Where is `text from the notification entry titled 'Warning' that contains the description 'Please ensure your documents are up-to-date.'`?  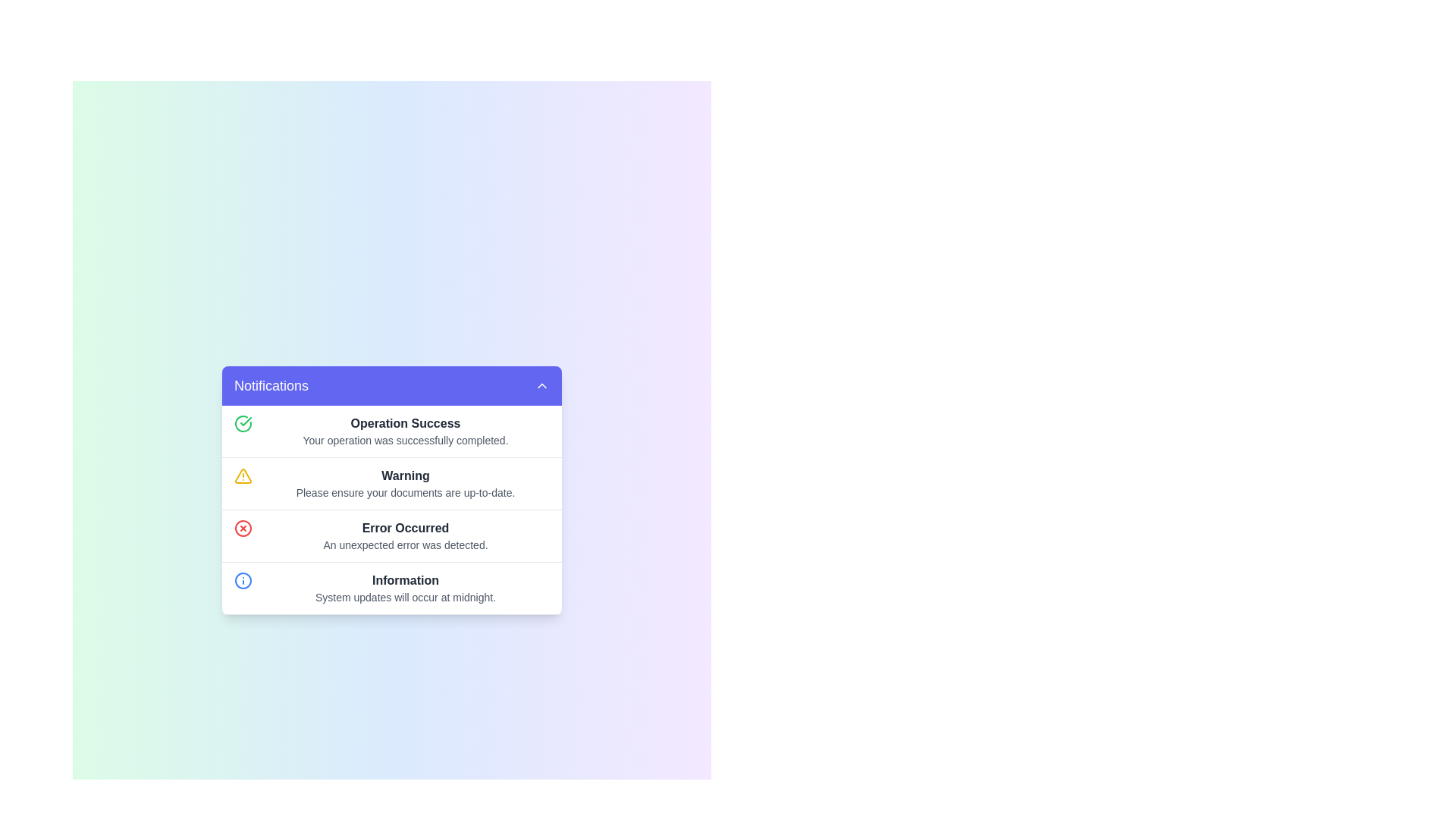
text from the notification entry titled 'Warning' that contains the description 'Please ensure your documents are up-to-date.' is located at coordinates (405, 483).